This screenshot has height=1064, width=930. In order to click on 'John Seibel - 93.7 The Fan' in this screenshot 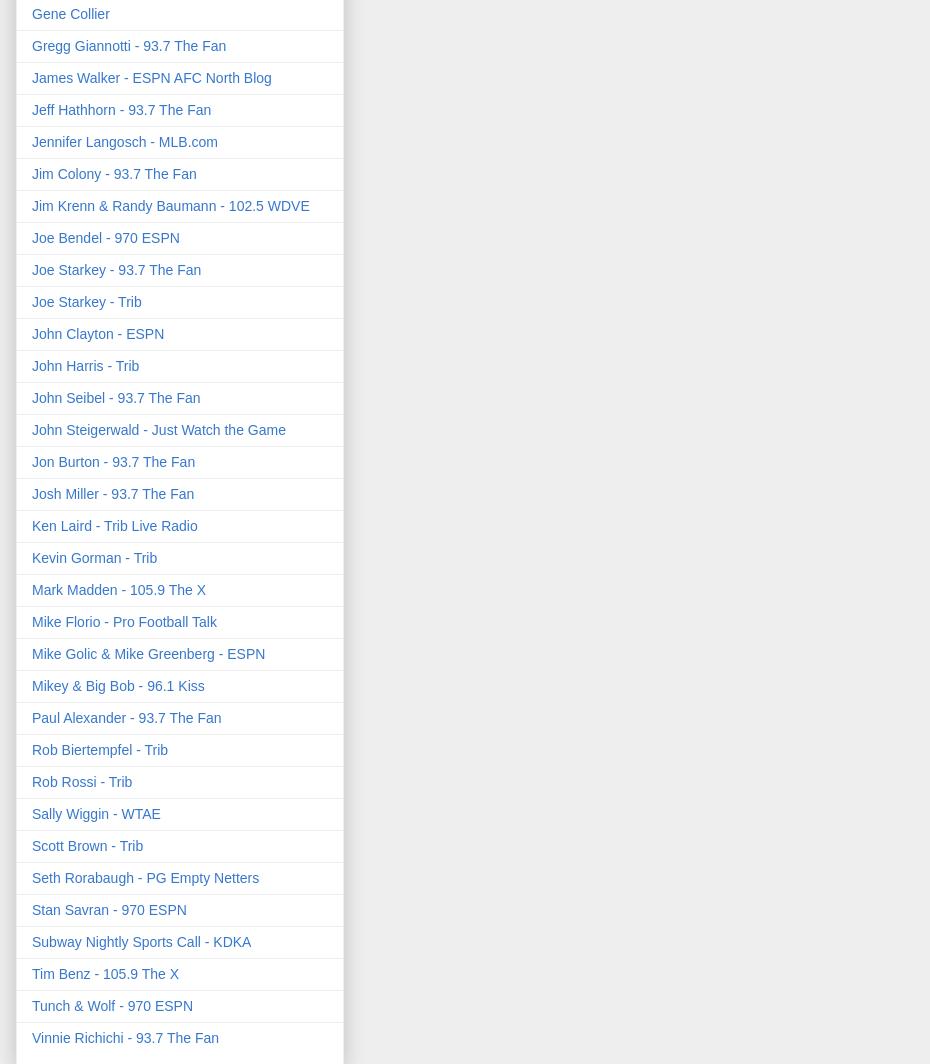, I will do `click(115, 396)`.